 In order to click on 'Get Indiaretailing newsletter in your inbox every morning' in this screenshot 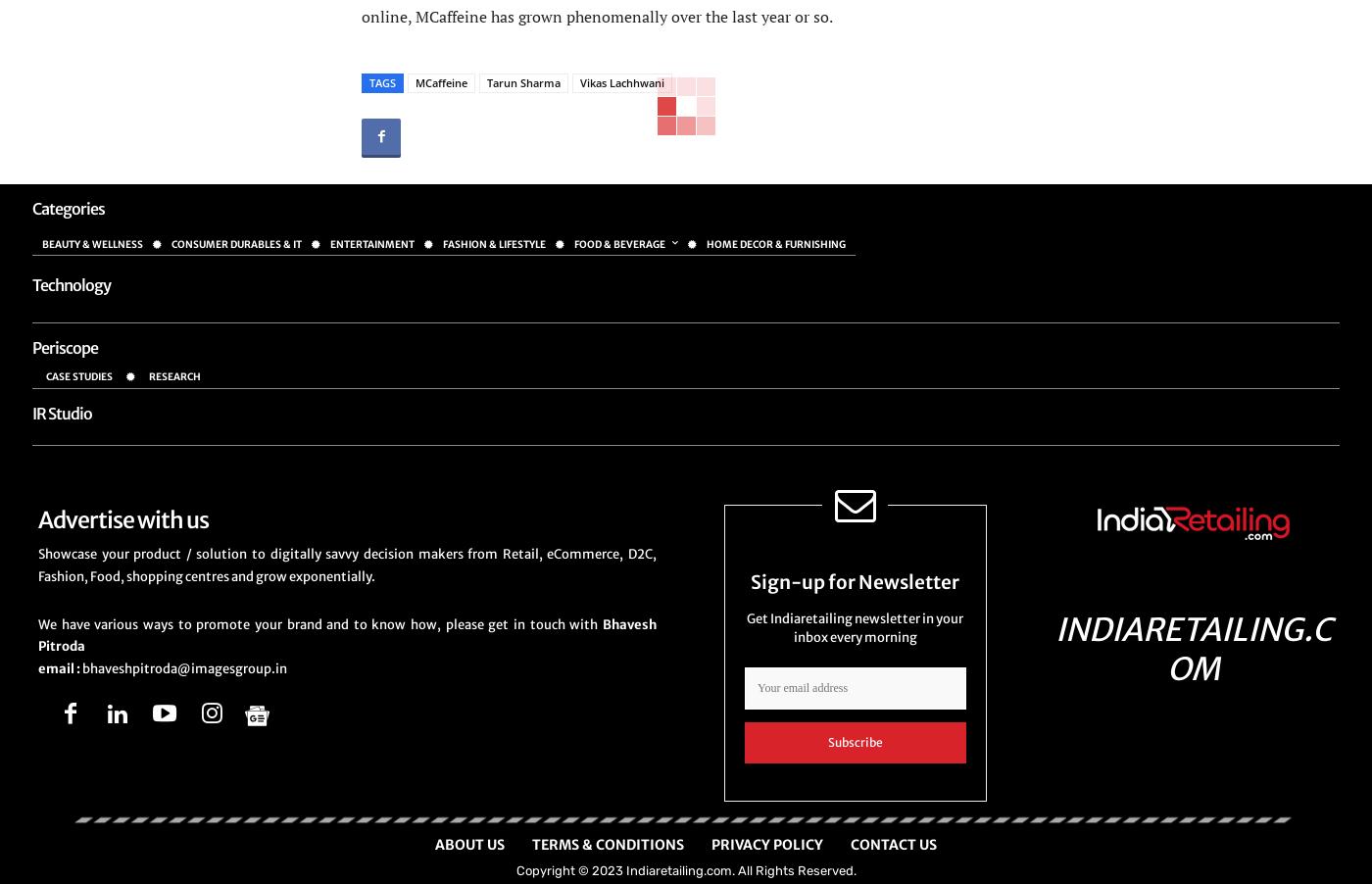, I will do `click(855, 625)`.